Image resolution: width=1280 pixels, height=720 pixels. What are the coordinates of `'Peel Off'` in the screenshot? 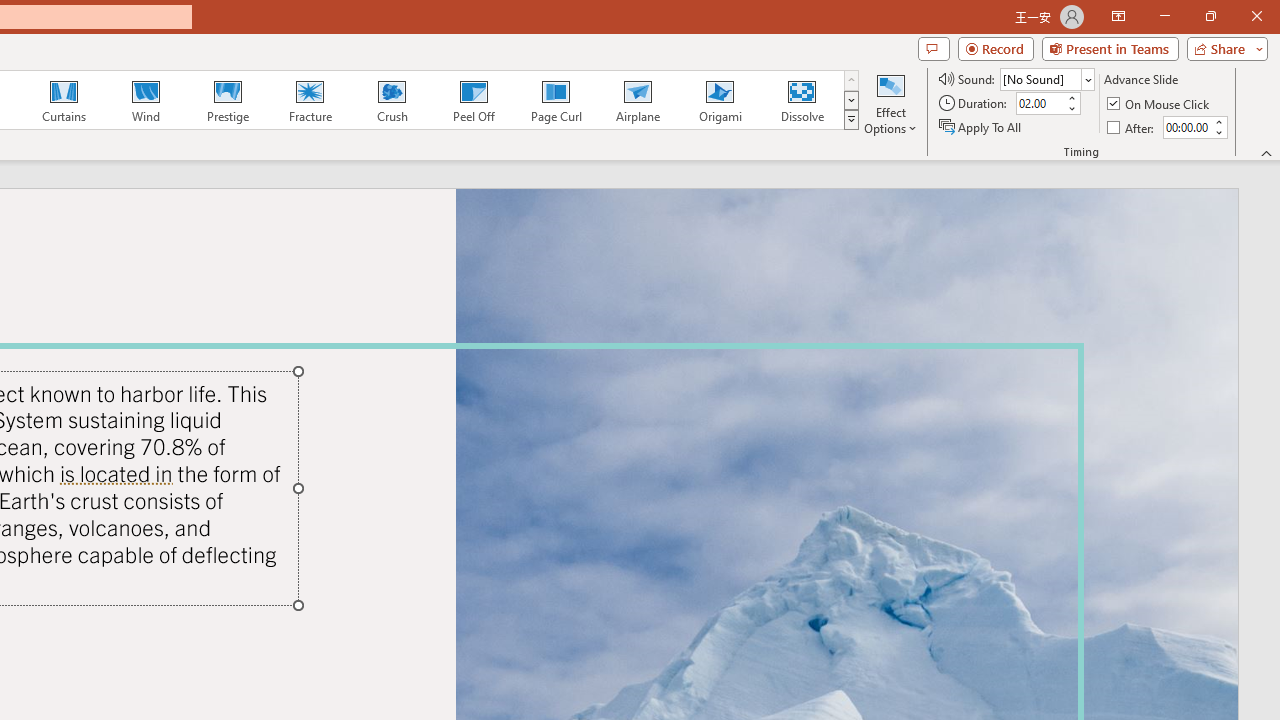 It's located at (472, 100).